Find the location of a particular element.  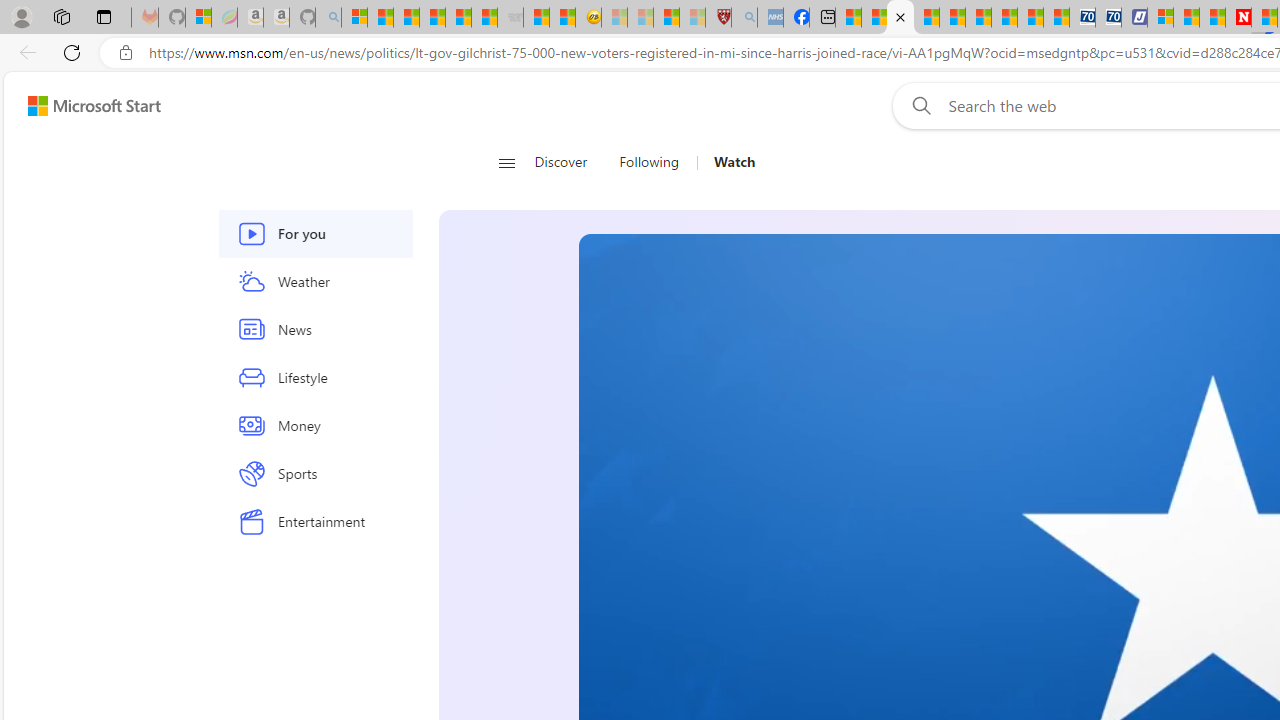

'Newsweek - News, Analysis, Politics, Business, Technology' is located at coordinates (1237, 17).